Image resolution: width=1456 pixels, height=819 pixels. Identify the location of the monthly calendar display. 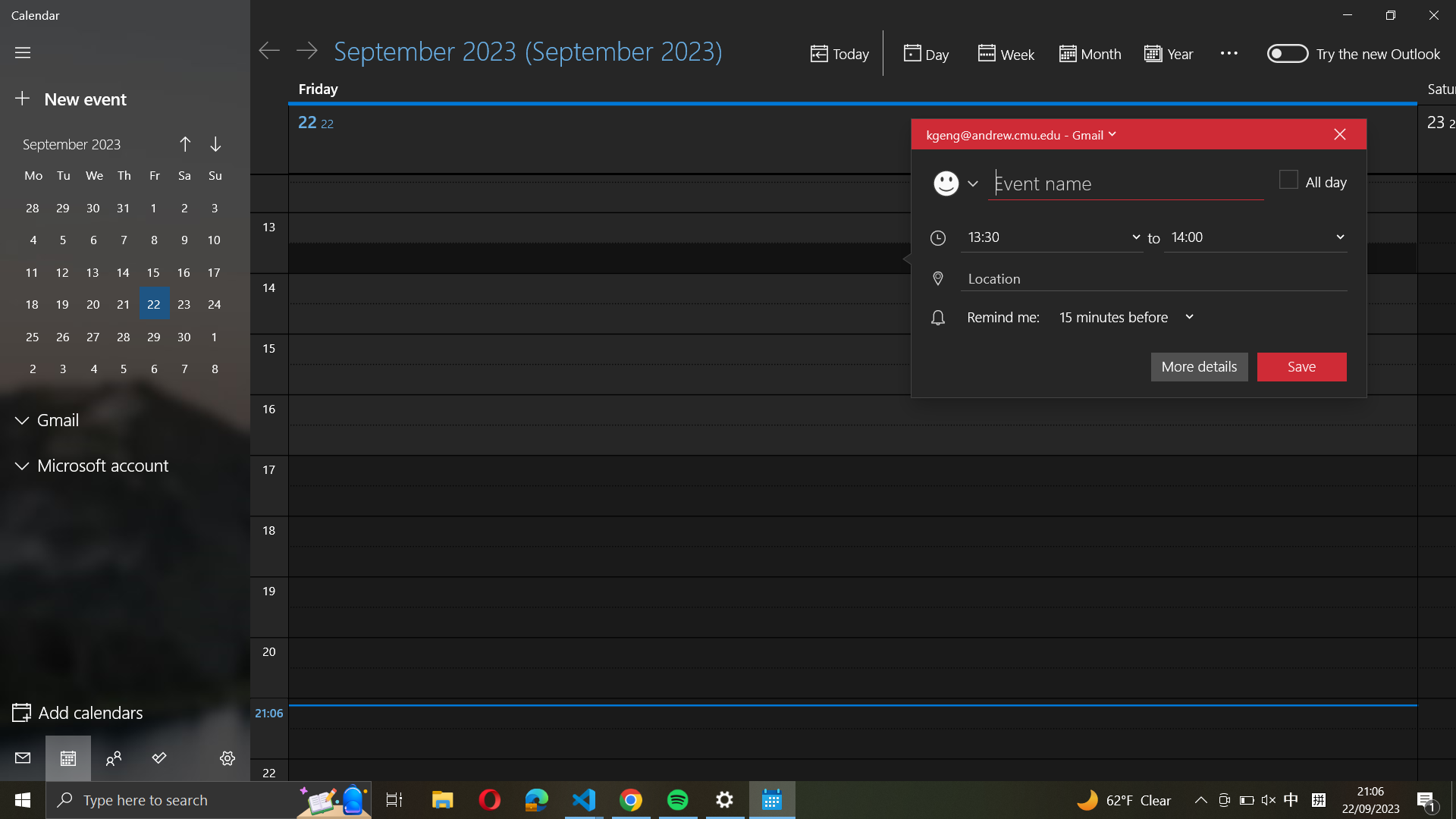
(1087, 54).